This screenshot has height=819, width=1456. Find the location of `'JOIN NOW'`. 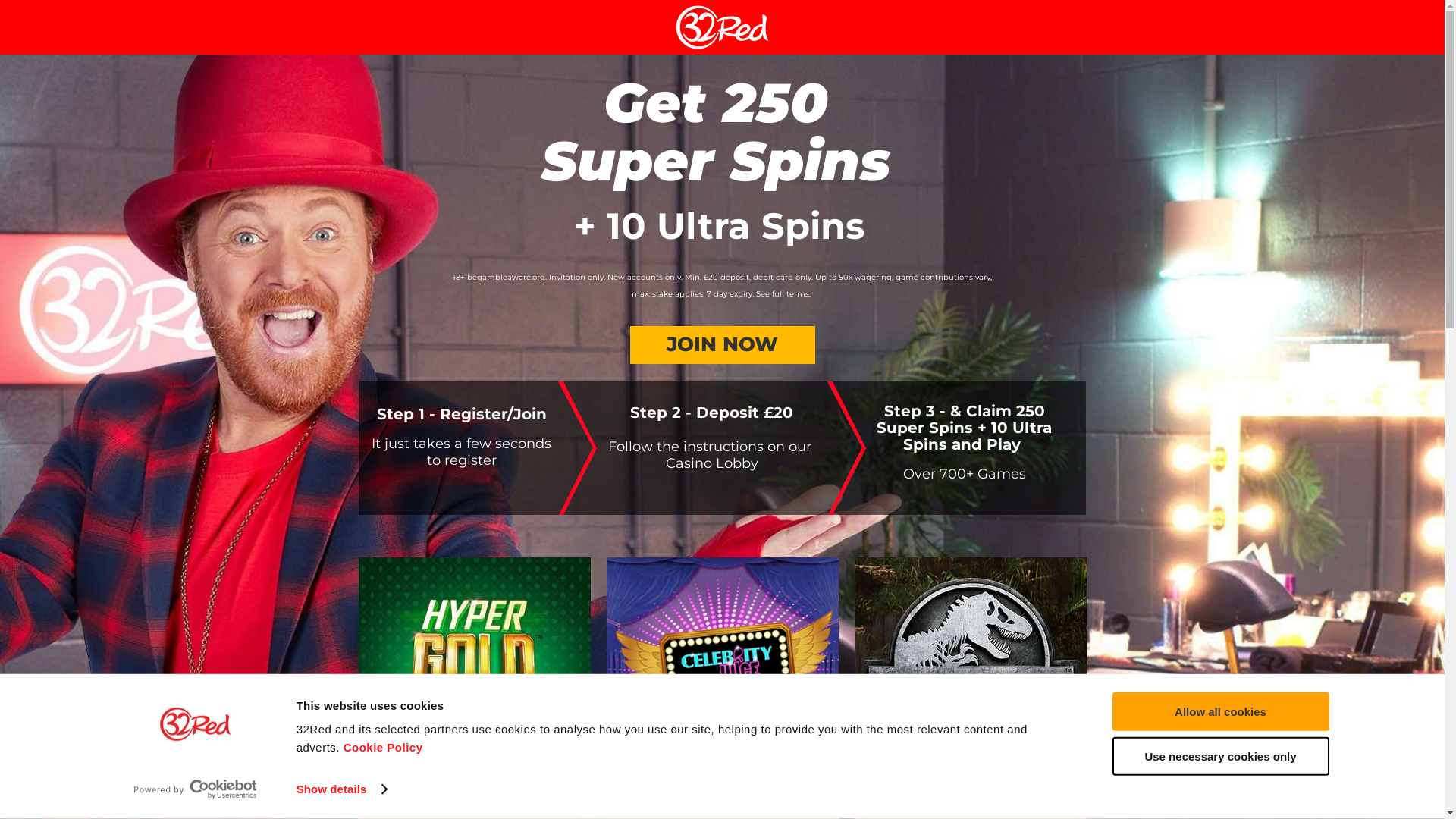

'JOIN NOW' is located at coordinates (720, 345).